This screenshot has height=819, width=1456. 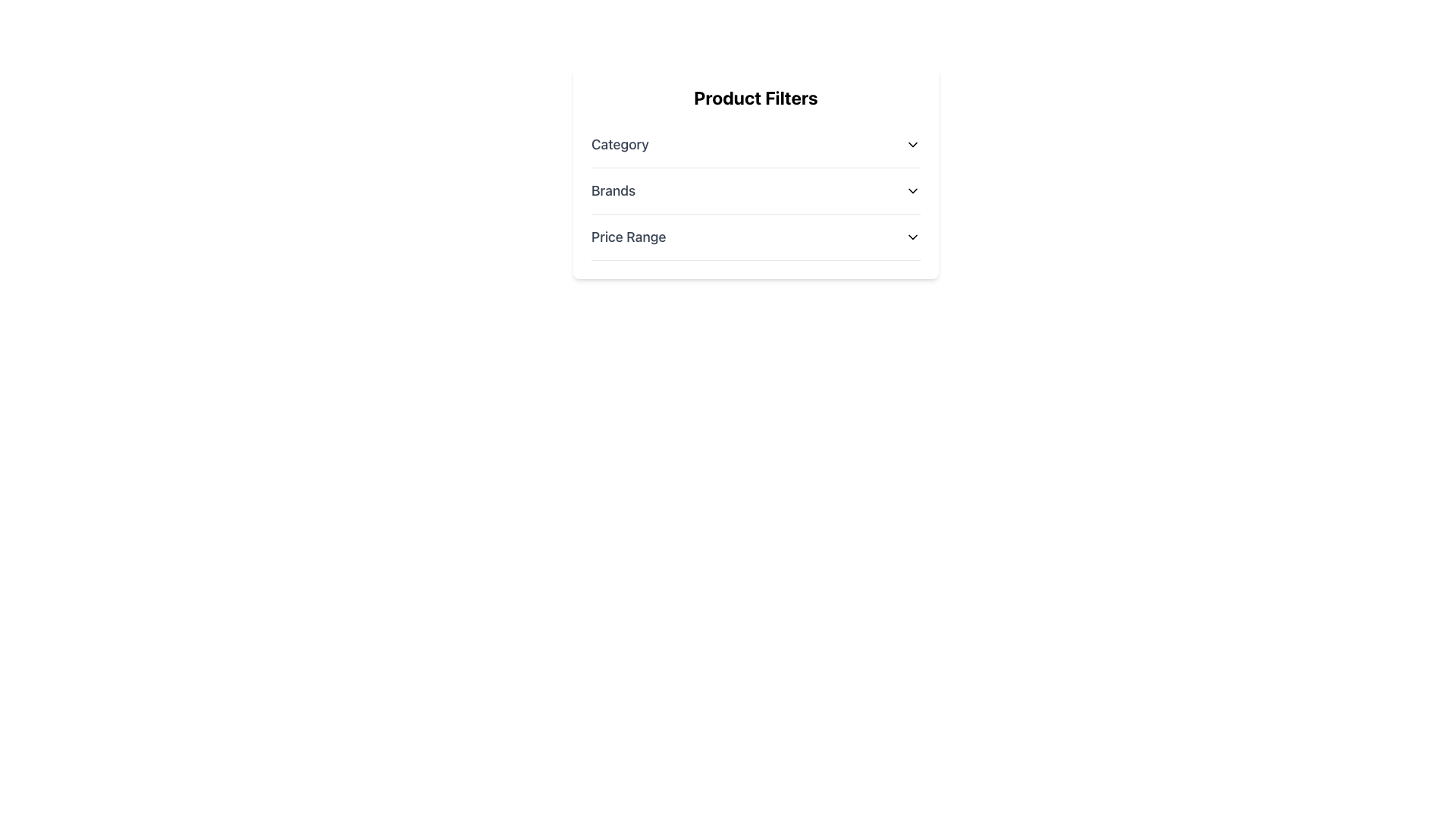 I want to click on the 'Category' dropdown menu, so click(x=756, y=145).